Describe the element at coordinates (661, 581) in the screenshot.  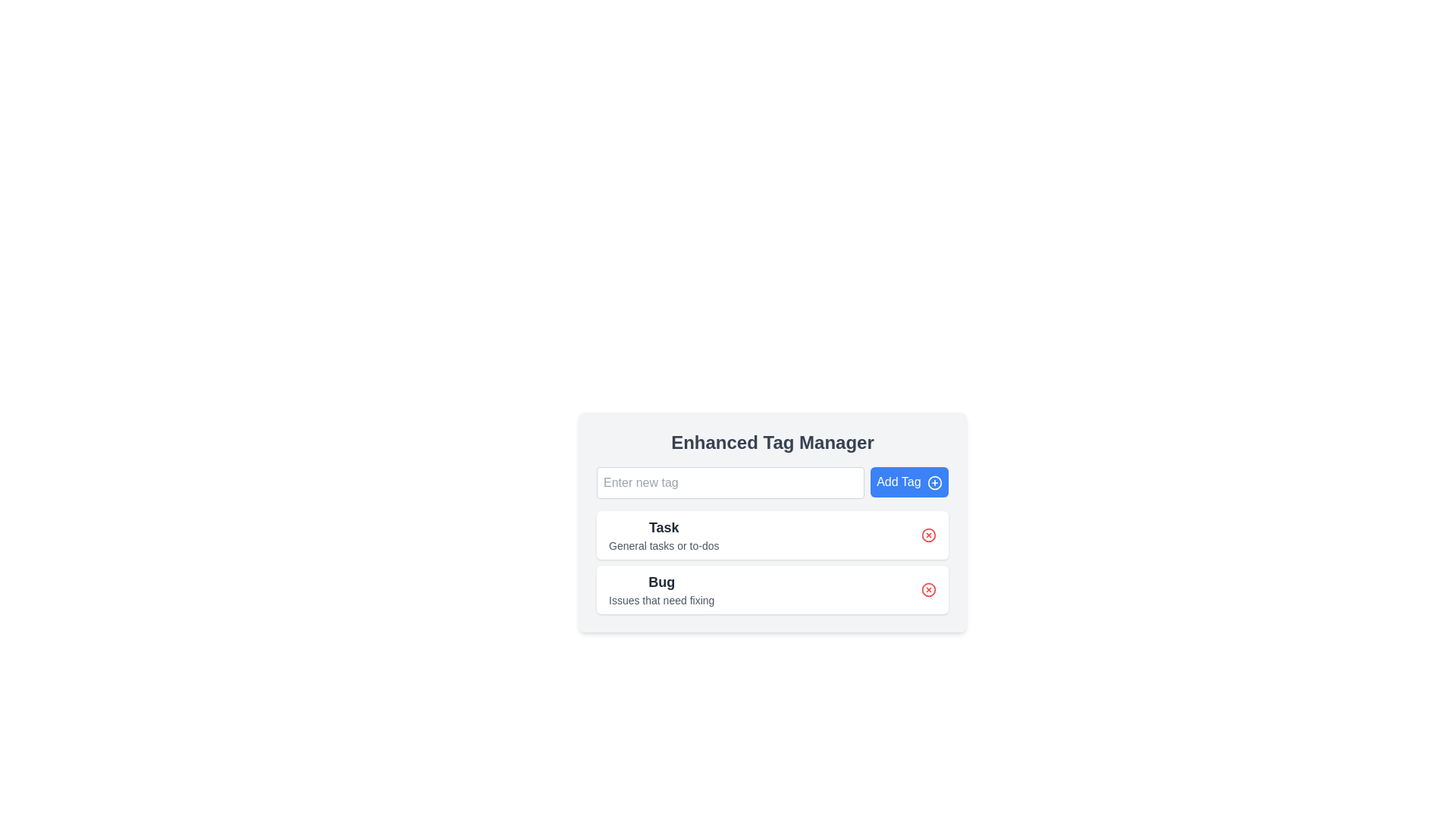
I see `the text label displaying 'Bug' in bold, located in the 'BugIssues that need fixing' section, to interact with its associated functionality` at that location.